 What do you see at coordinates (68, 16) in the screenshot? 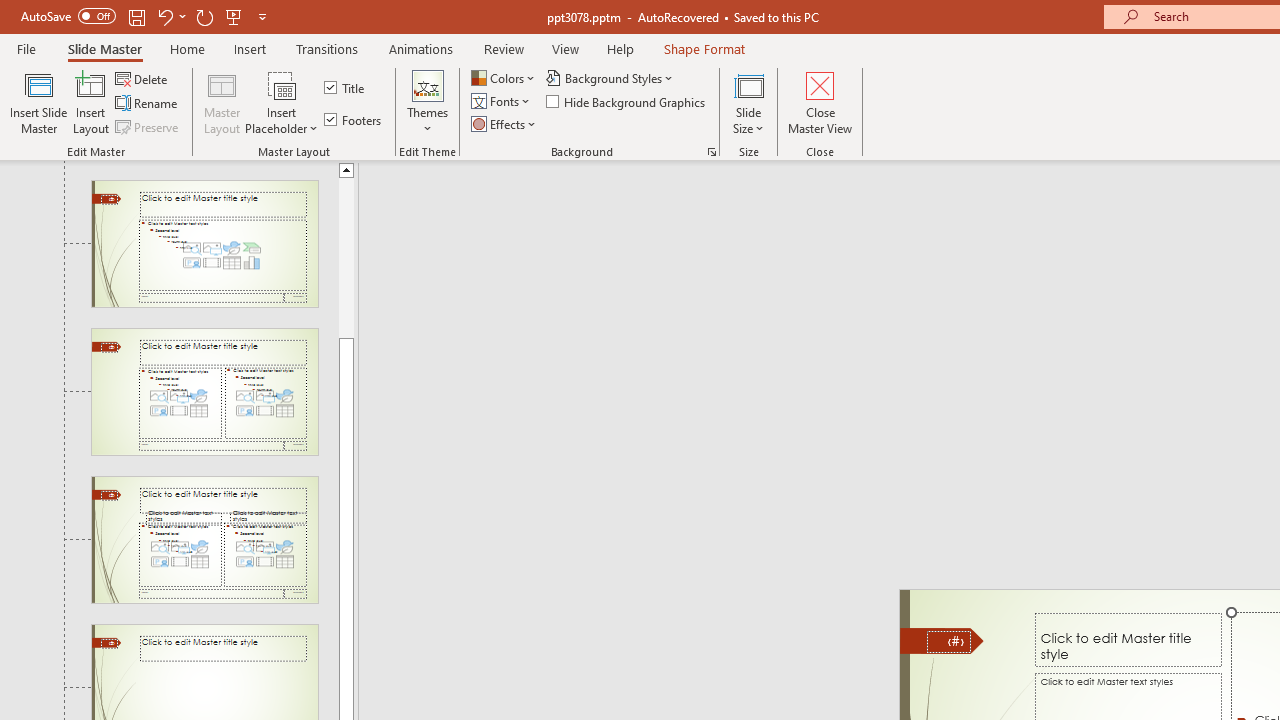
I see `'AutoSave'` at bounding box center [68, 16].